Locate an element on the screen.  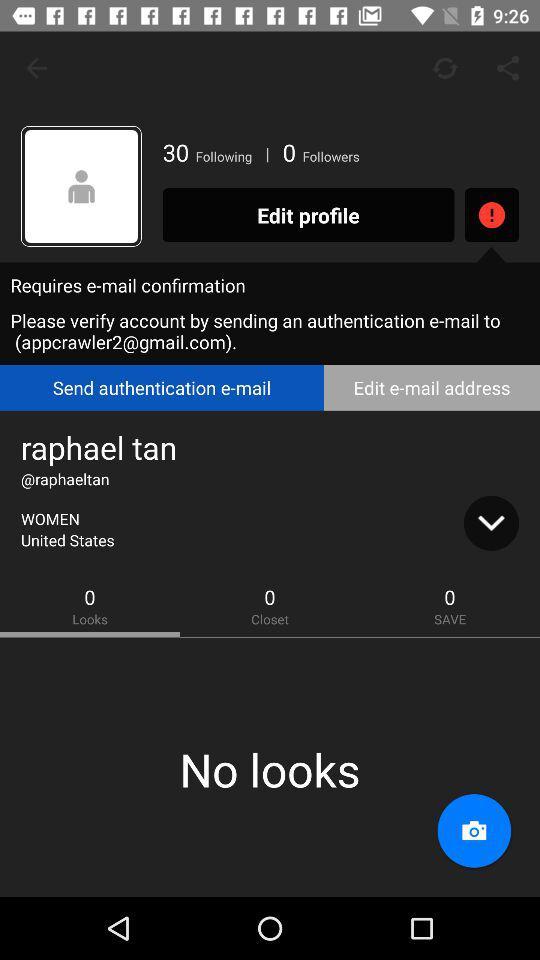
the icon next to the 30 icon is located at coordinates (80, 186).